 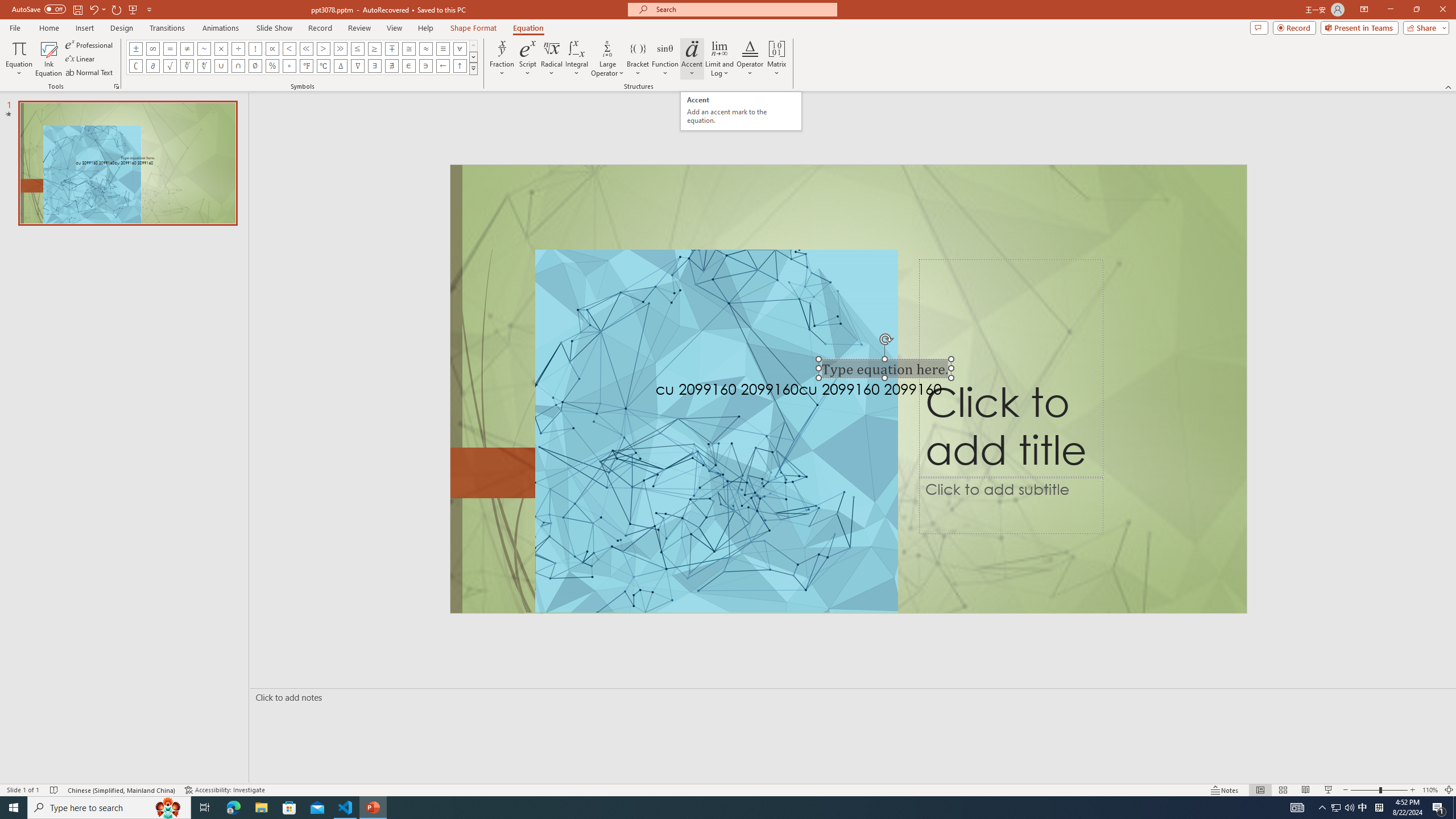 I want to click on 'Equation Symbol Complement', so click(x=136, y=65).